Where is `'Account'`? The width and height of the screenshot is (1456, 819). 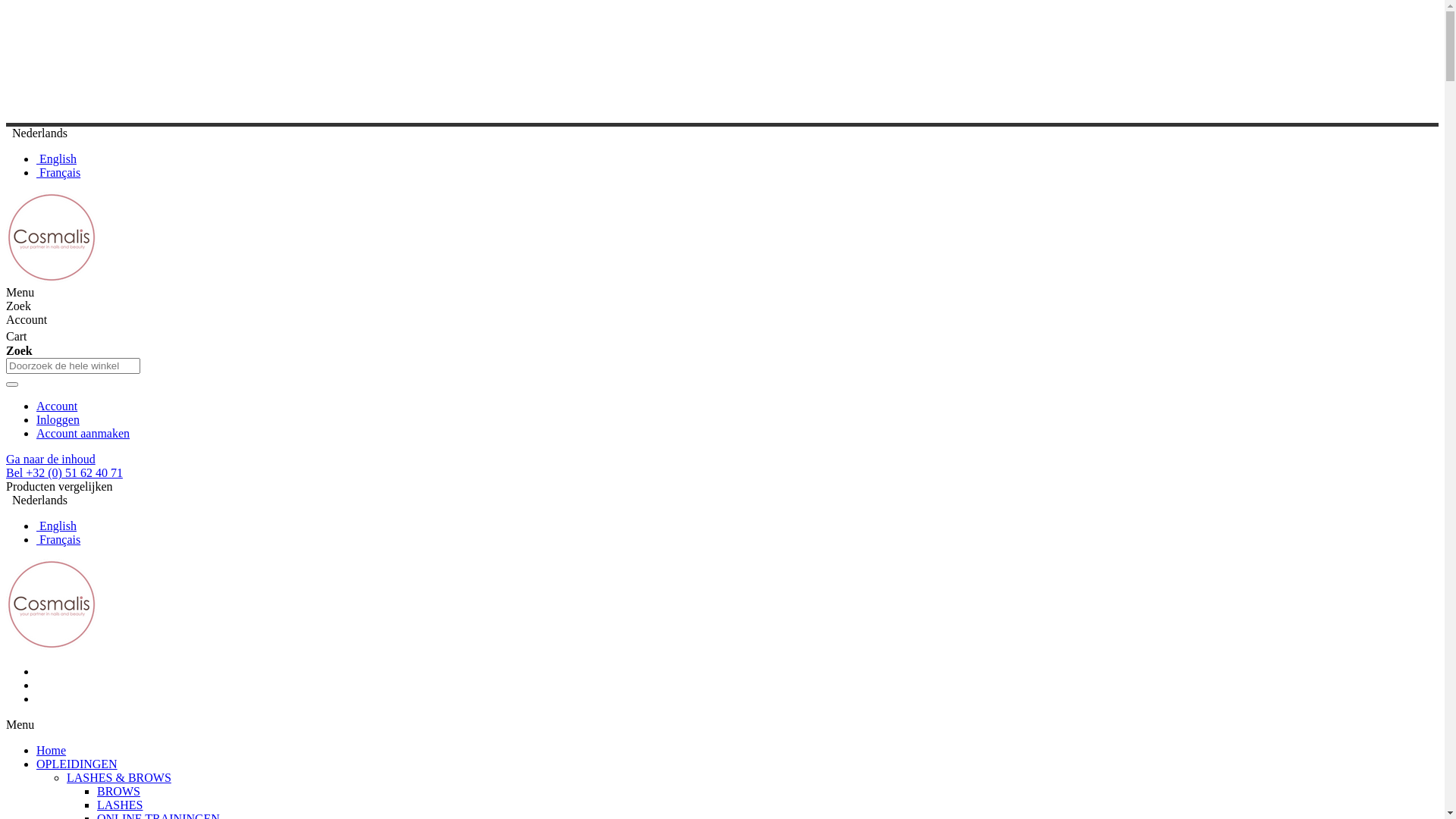
'Account' is located at coordinates (57, 405).